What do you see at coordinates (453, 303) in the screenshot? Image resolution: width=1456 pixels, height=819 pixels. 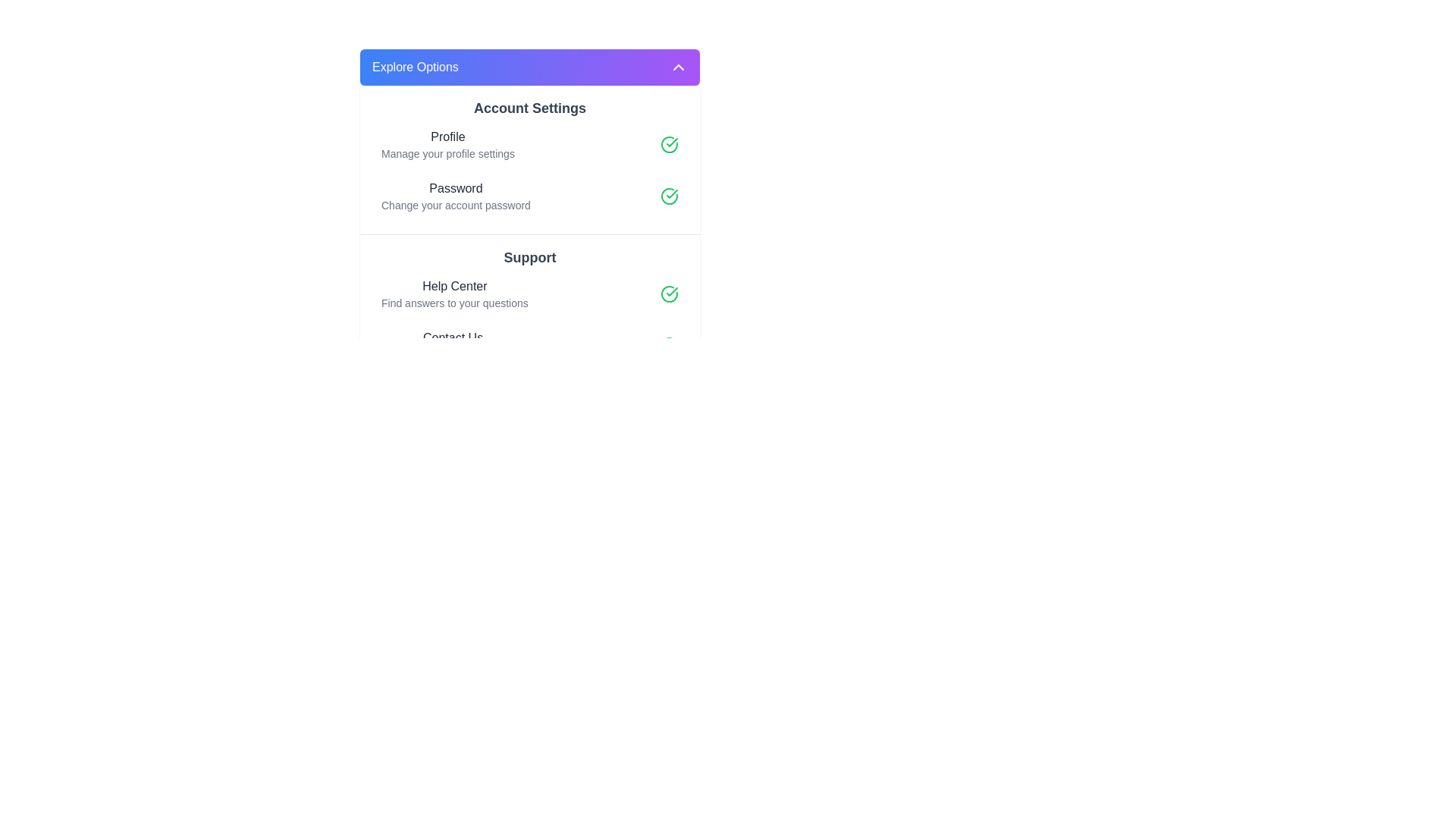 I see `the text block that says 'Find answers to your questions', located beneath the 'Help Center' heading in the 'Support' section` at bounding box center [453, 303].